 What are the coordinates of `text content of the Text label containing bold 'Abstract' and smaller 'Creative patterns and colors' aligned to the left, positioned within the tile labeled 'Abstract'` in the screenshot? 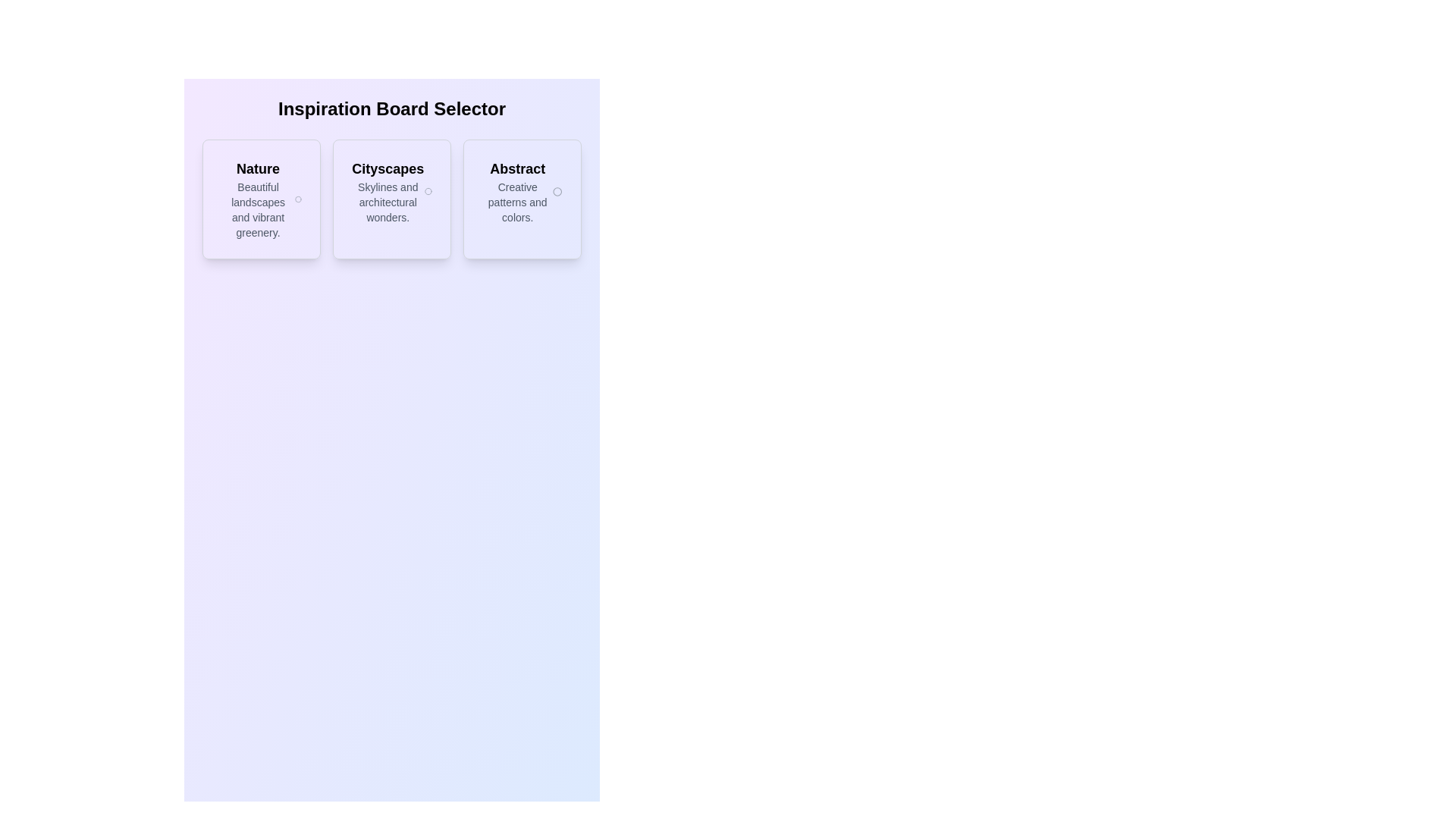 It's located at (522, 191).